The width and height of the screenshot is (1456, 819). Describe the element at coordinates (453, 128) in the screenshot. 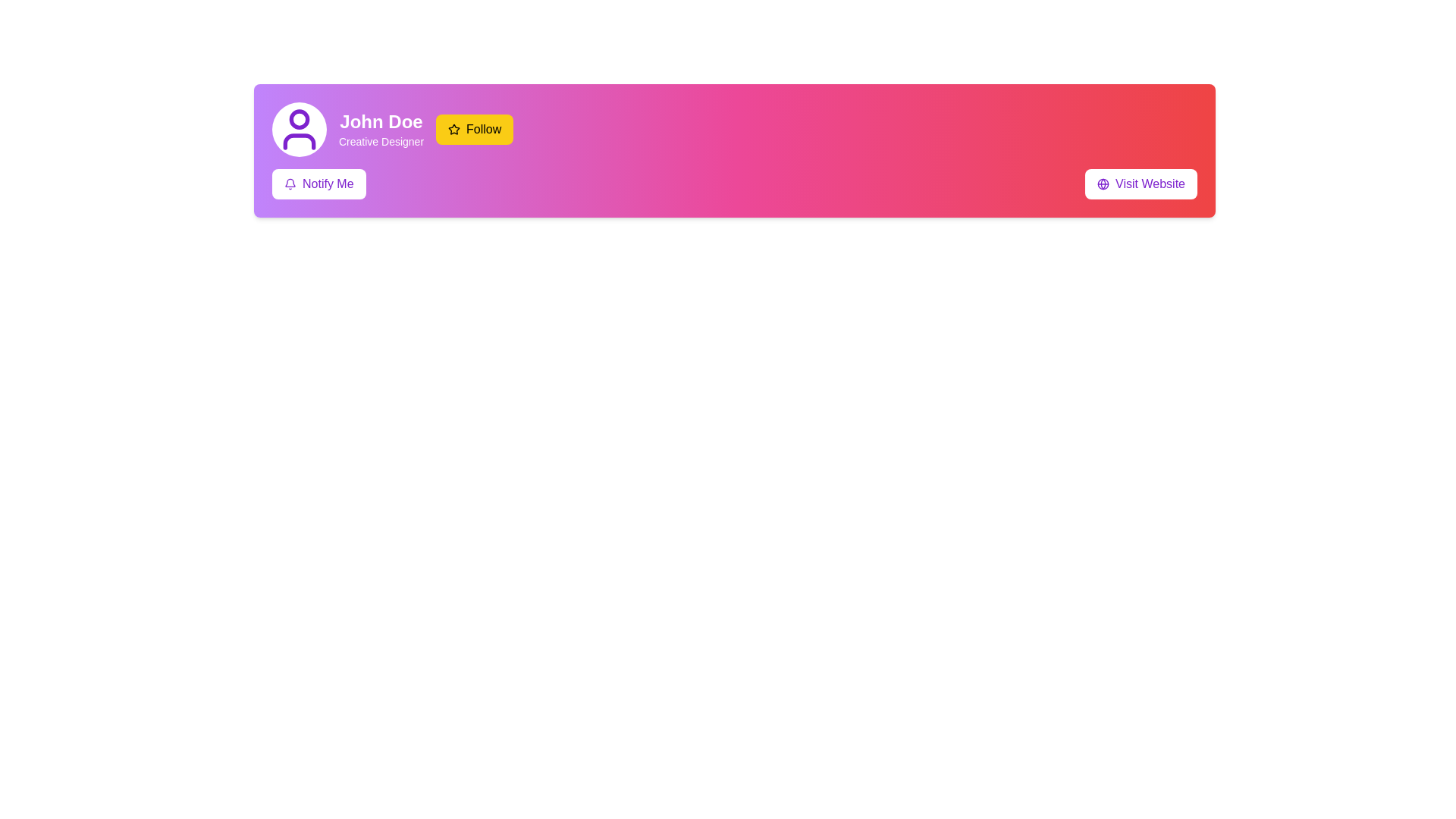

I see `the star icon located to the left of the yellow 'Follow' button, which contains bold text and is centrally aligned vertically within the button` at that location.